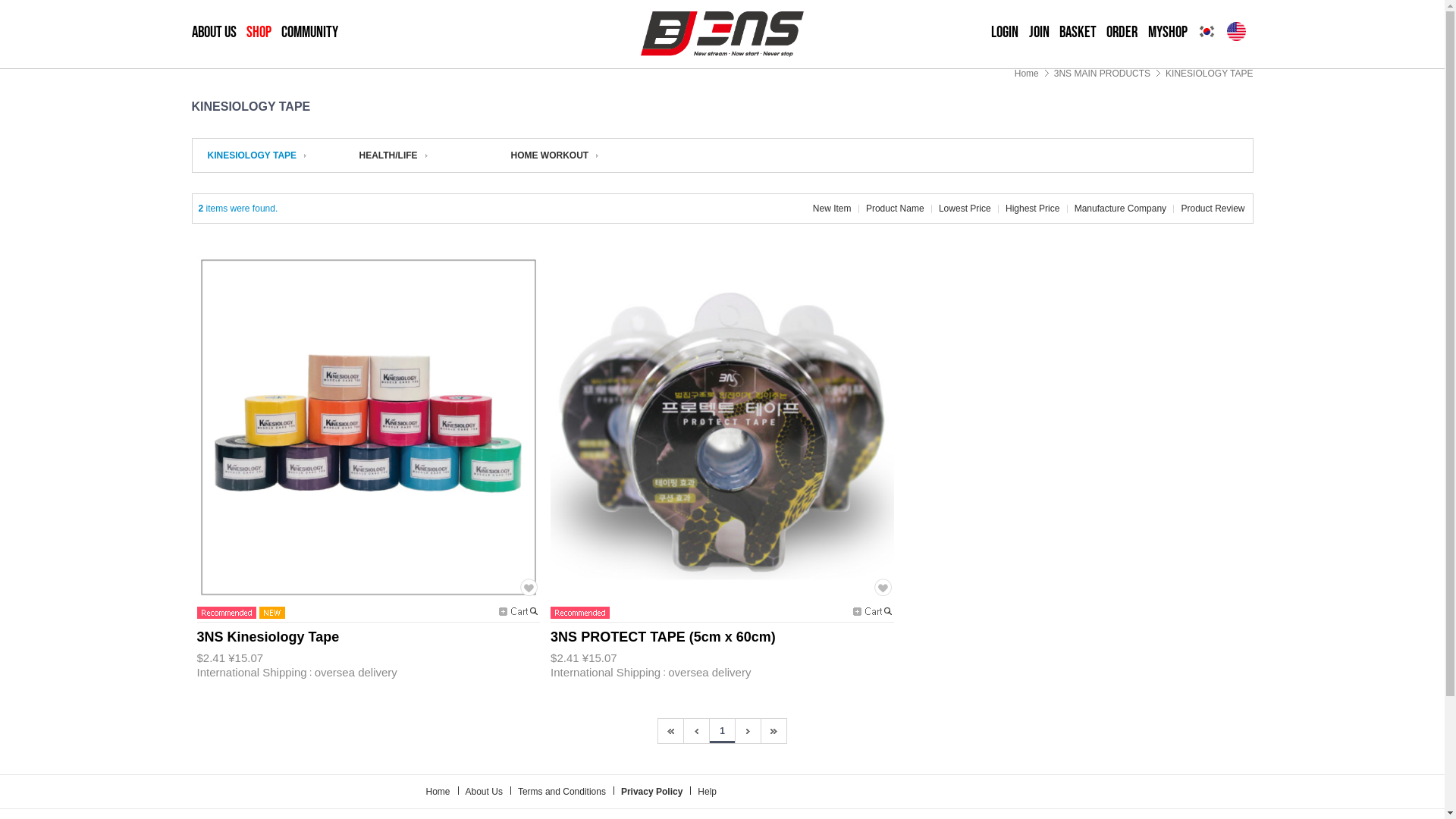  What do you see at coordinates (964, 208) in the screenshot?
I see `'Lowest Price'` at bounding box center [964, 208].